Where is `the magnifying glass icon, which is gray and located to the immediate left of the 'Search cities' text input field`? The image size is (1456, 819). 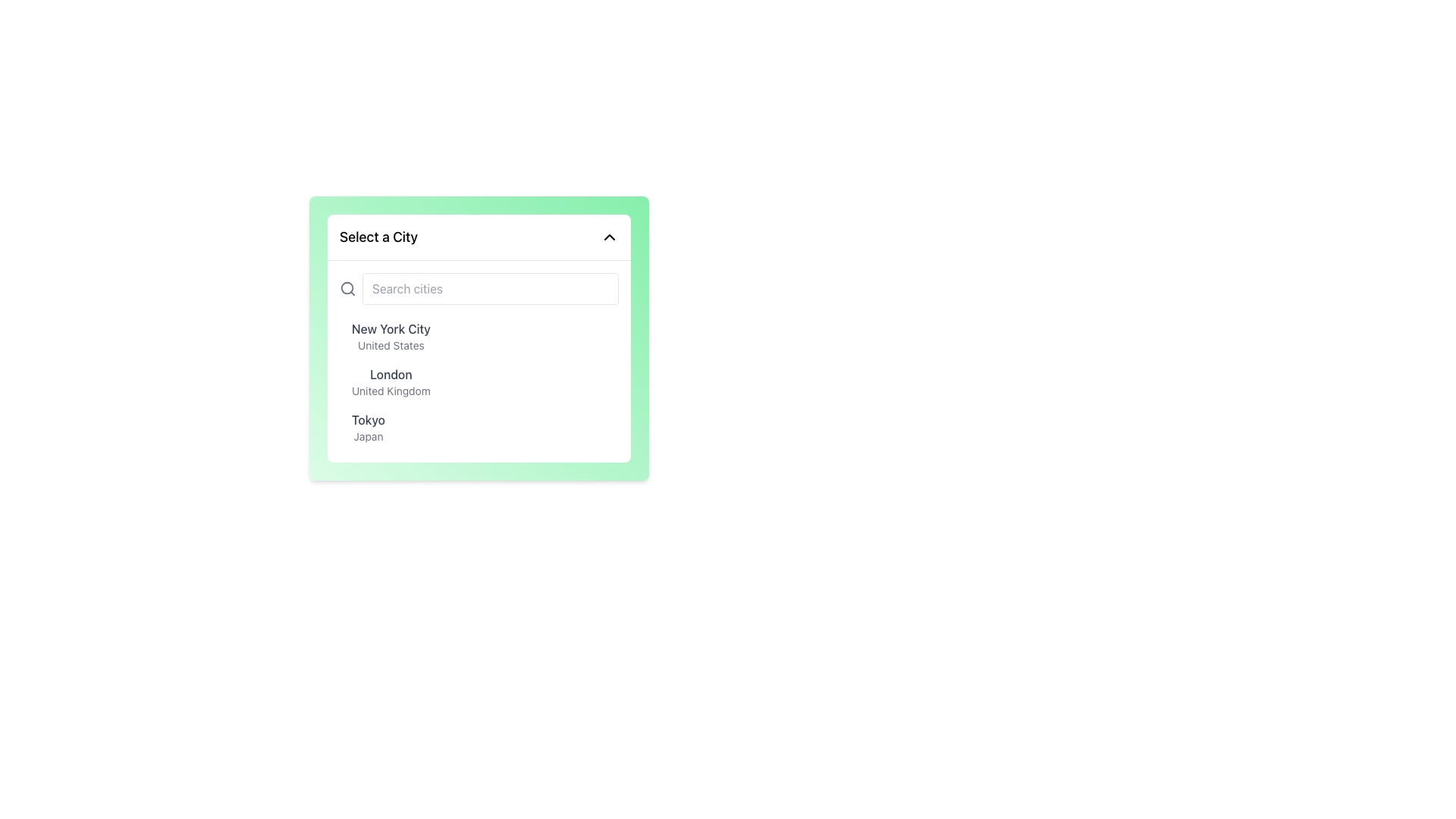 the magnifying glass icon, which is gray and located to the immediate left of the 'Search cities' text input field is located at coordinates (347, 289).